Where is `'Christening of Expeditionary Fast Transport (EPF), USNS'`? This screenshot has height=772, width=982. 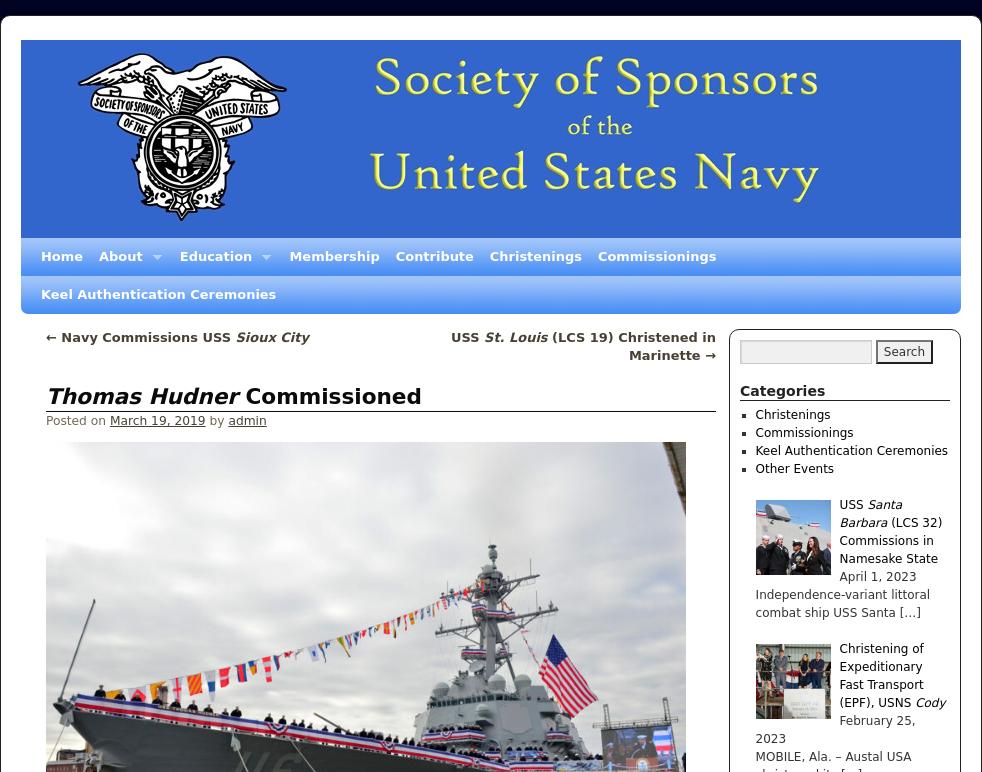
'Christening of Expeditionary Fast Transport (EPF), USNS' is located at coordinates (880, 675).